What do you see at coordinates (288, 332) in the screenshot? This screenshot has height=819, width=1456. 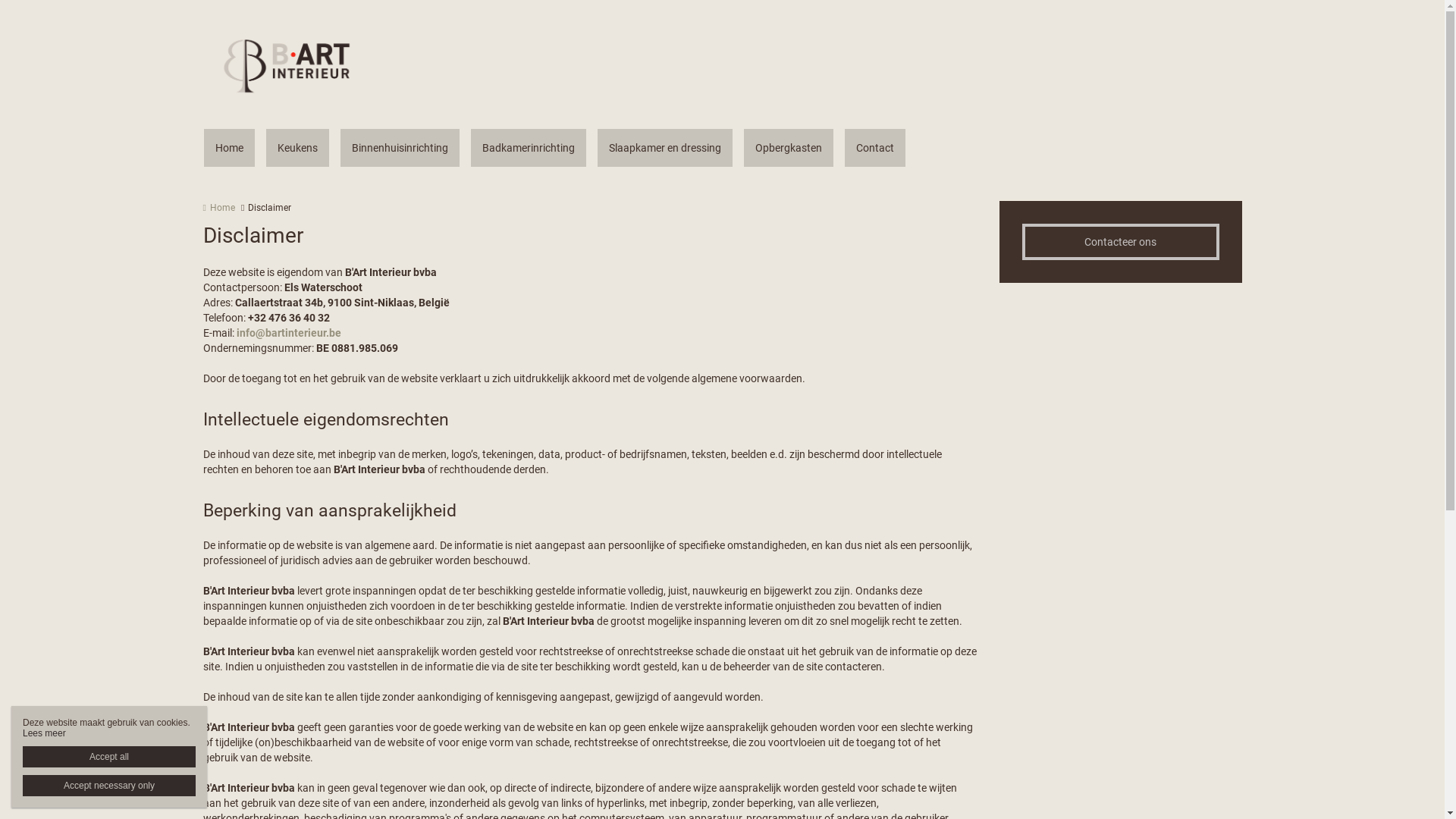 I see `'info@bartinterieur.be'` at bounding box center [288, 332].